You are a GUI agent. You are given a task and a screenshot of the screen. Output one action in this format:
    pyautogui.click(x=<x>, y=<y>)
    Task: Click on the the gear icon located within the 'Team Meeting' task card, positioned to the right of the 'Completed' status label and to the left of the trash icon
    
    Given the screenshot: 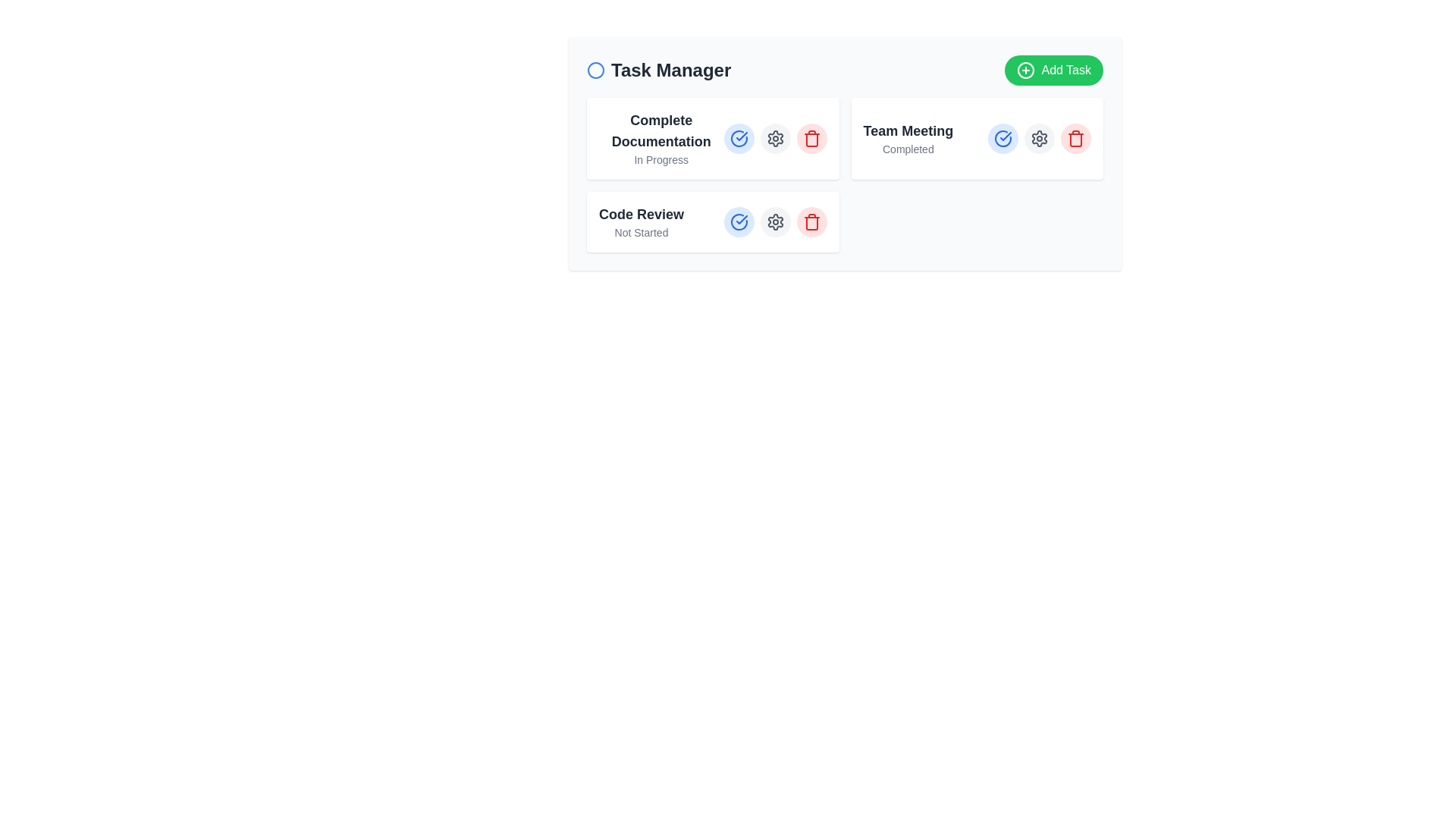 What is the action you would take?
    pyautogui.click(x=1039, y=138)
    